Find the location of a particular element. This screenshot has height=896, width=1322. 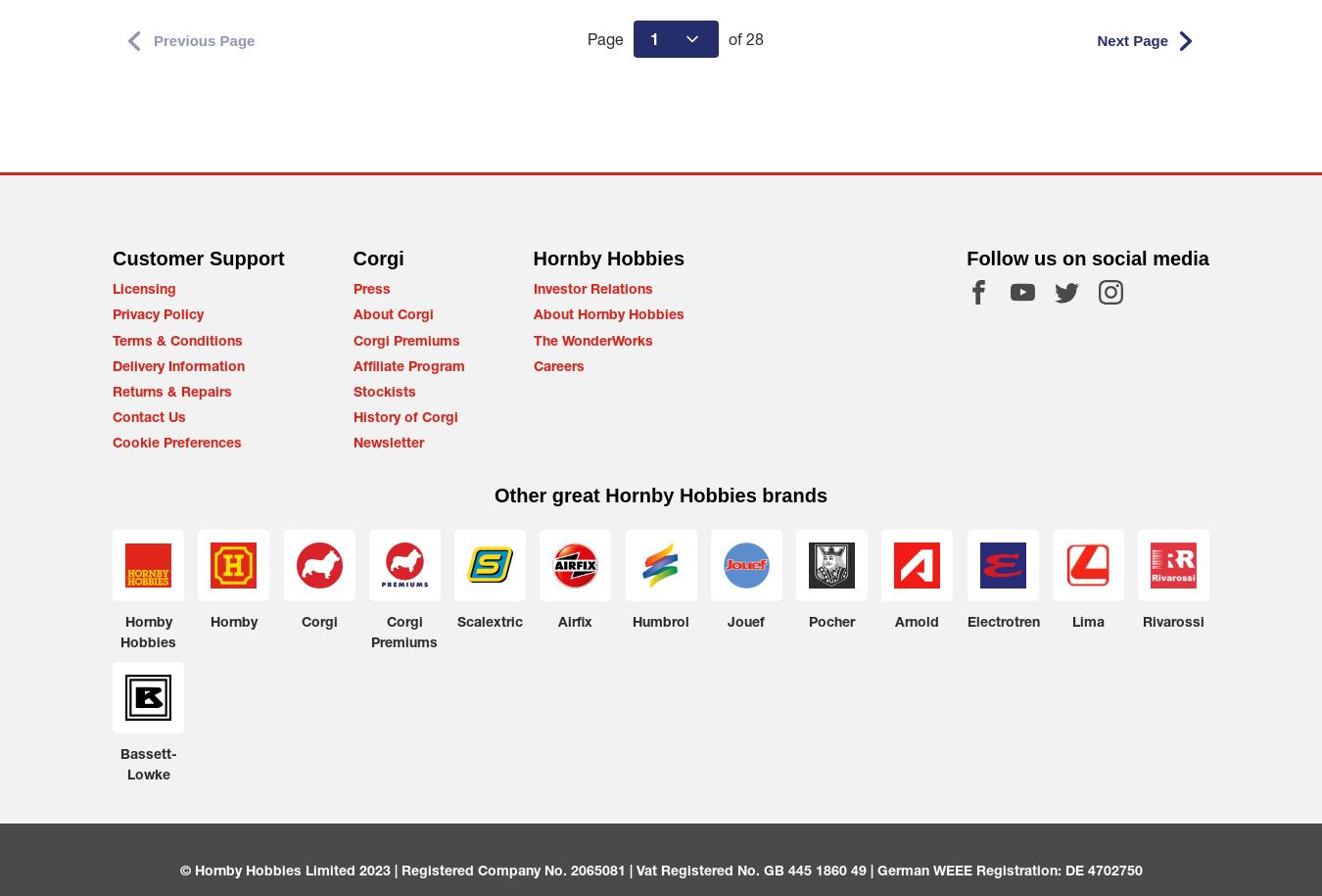

'Cookie Preferences' is located at coordinates (113, 442).